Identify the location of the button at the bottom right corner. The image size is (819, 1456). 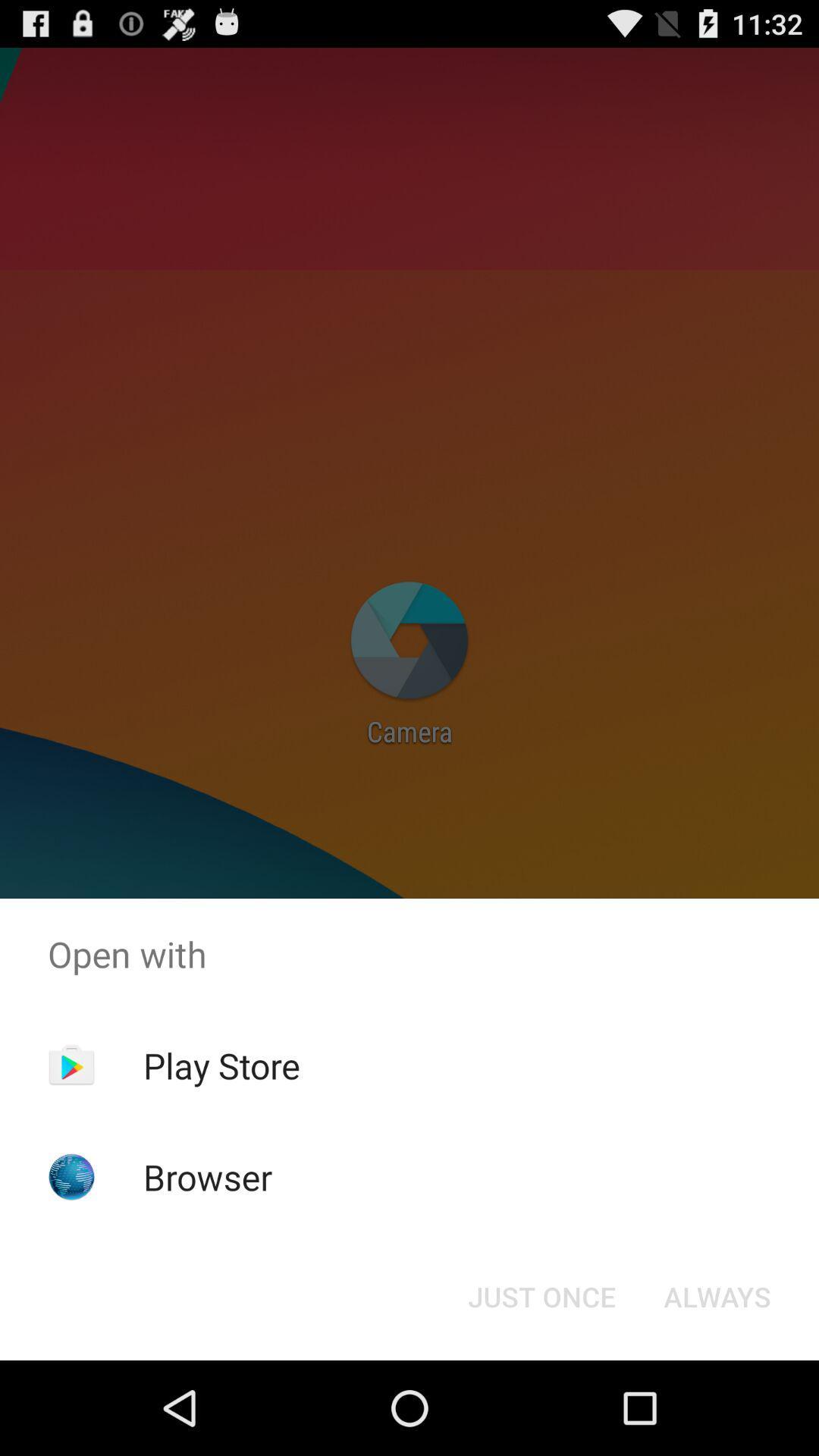
(717, 1295).